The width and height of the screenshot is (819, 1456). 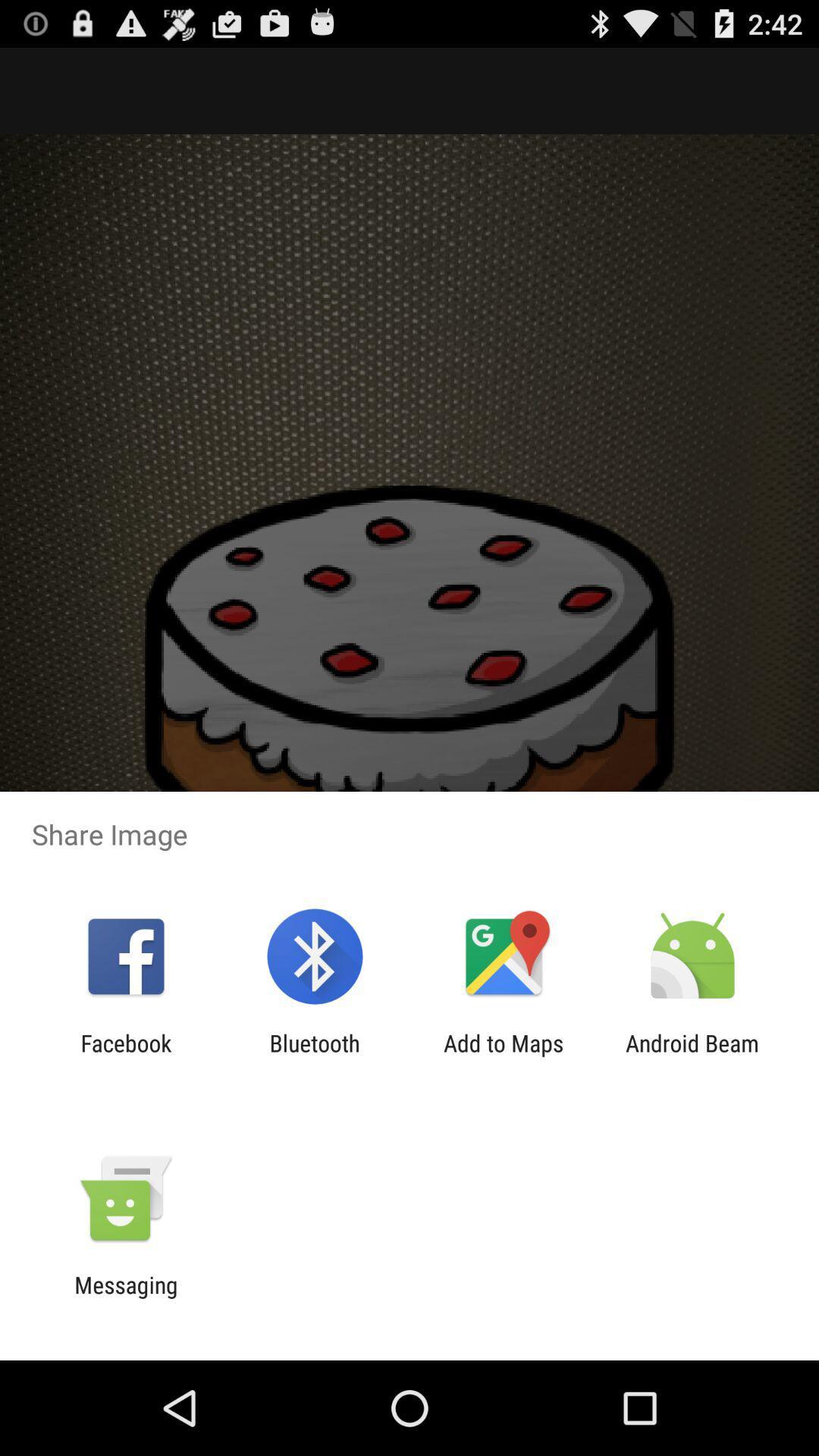 I want to click on the app next to add to maps app, so click(x=692, y=1056).